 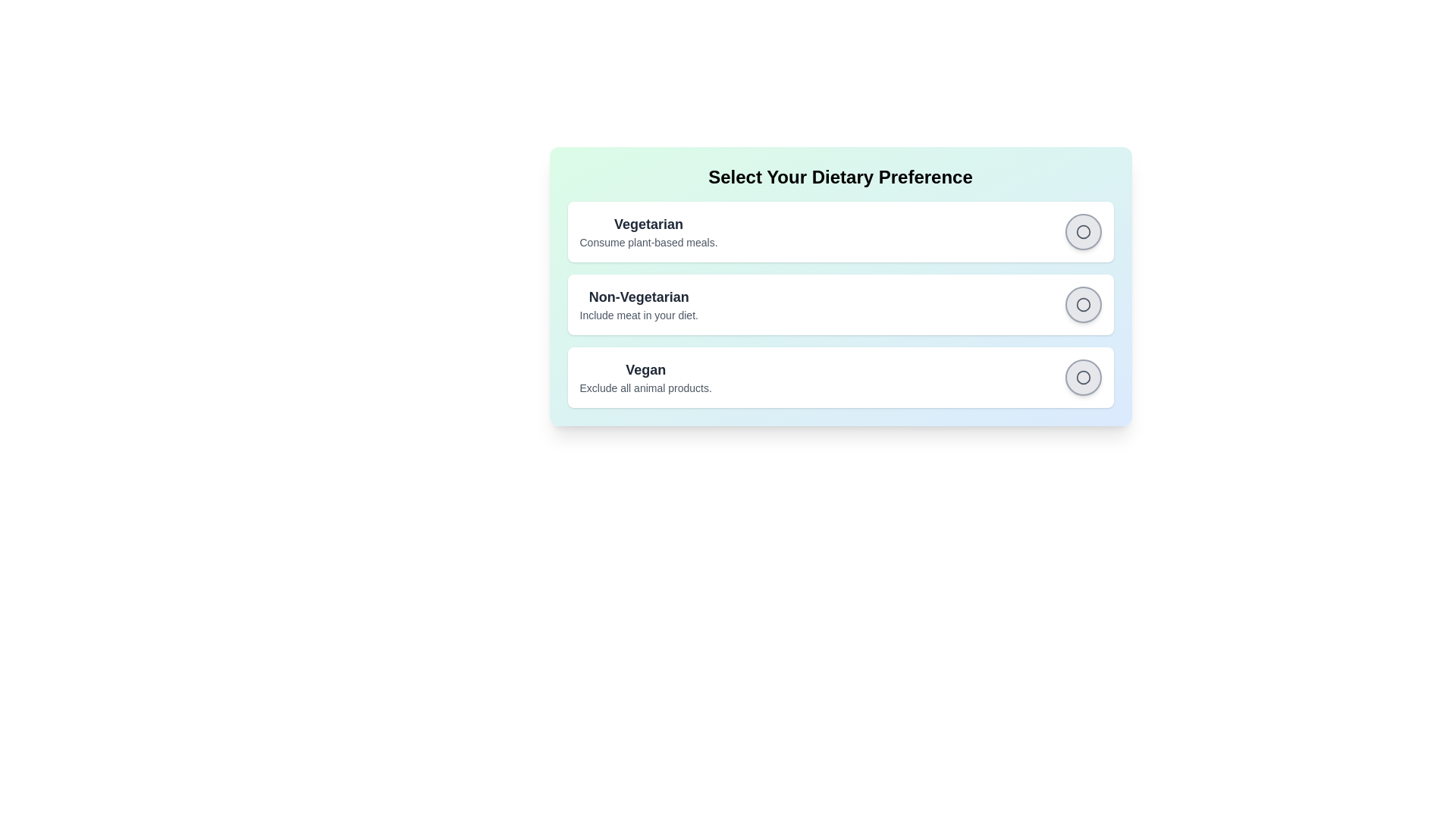 I want to click on the 'Vegan' text label, which displays 'Vegan' in bold black font and 'Exclude all animal products.' in smaller gray font beneath it, located under the 'Select Your Dietary Preference' section, so click(x=645, y=376).